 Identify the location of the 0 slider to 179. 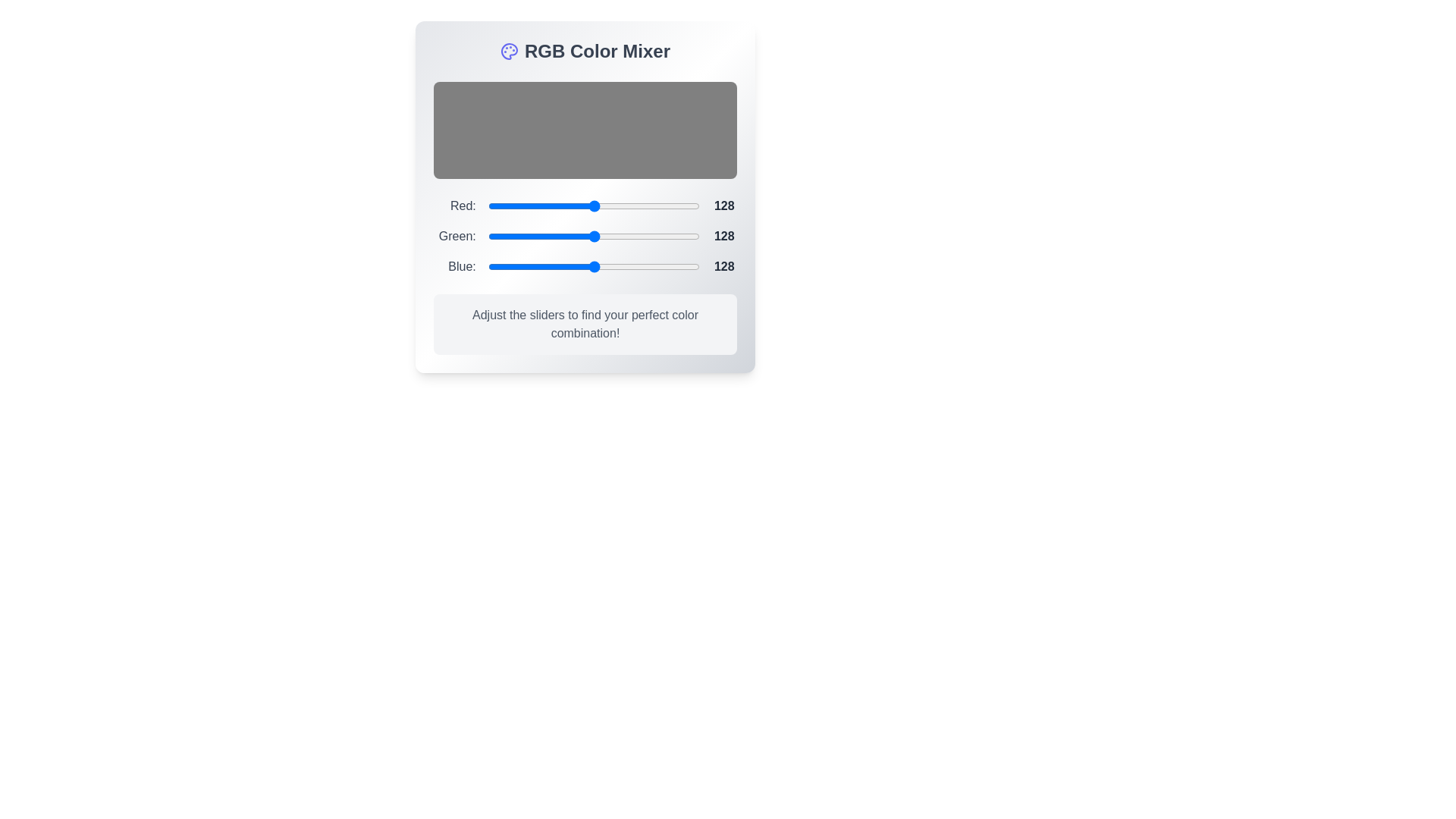
(636, 206).